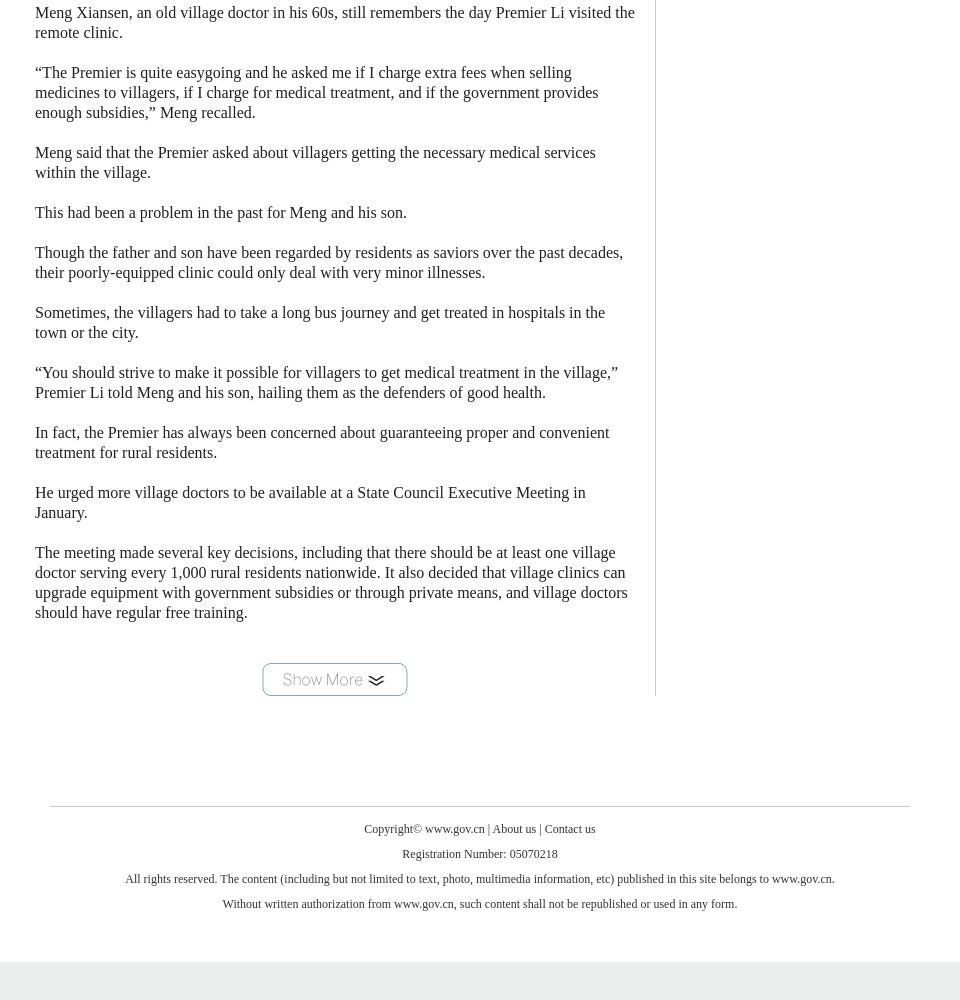  I want to click on 'All rights reserved. The content (including but not limited to
			text, photo, multimedia information, etc) published in this site
			belongs to www.gov.cn.', so click(479, 879).